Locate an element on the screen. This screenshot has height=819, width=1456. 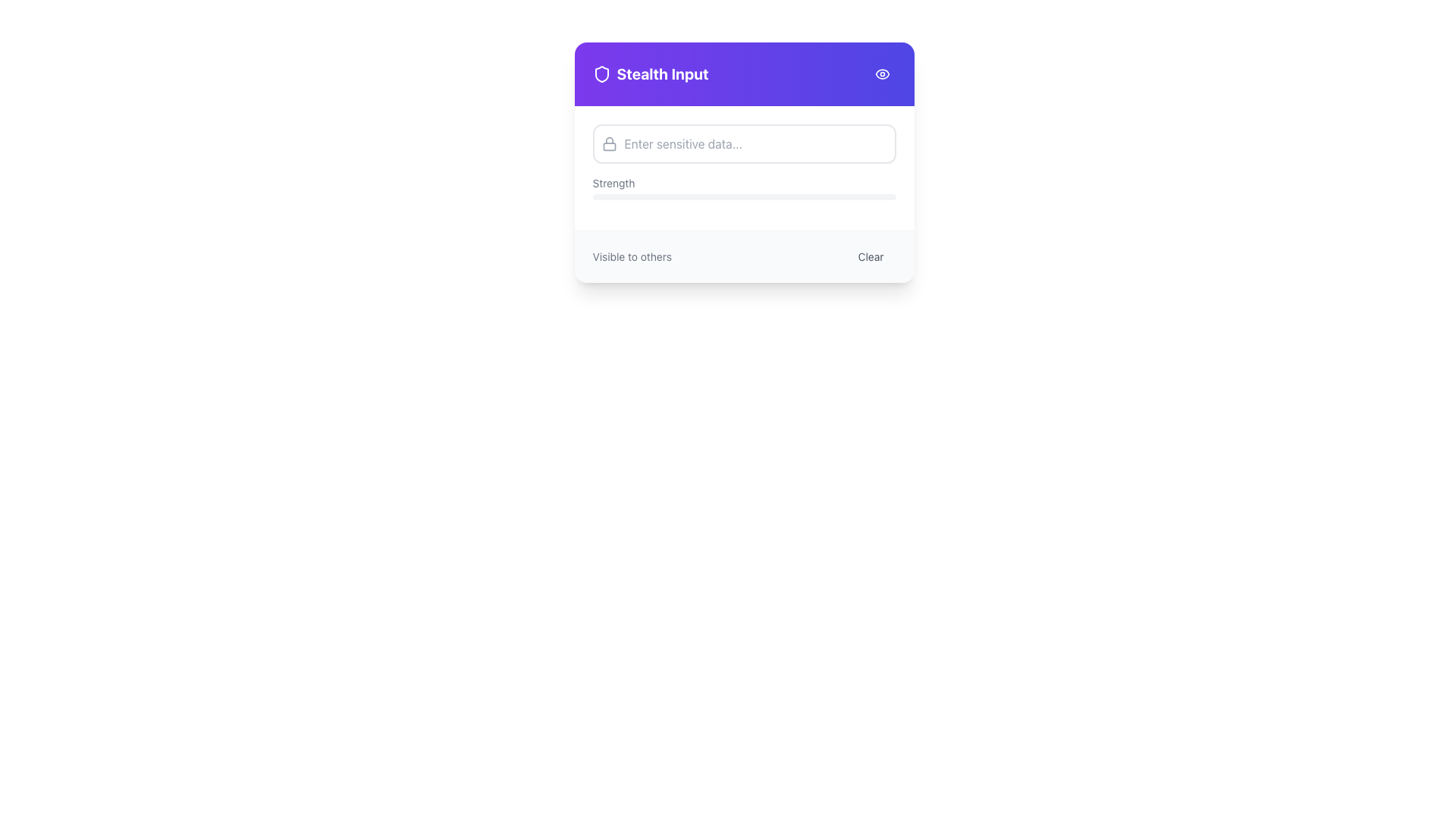
the lock icon representing the security concept located to the left of the placeholder text 'Enter sensitive data...' in the input field is located at coordinates (609, 146).